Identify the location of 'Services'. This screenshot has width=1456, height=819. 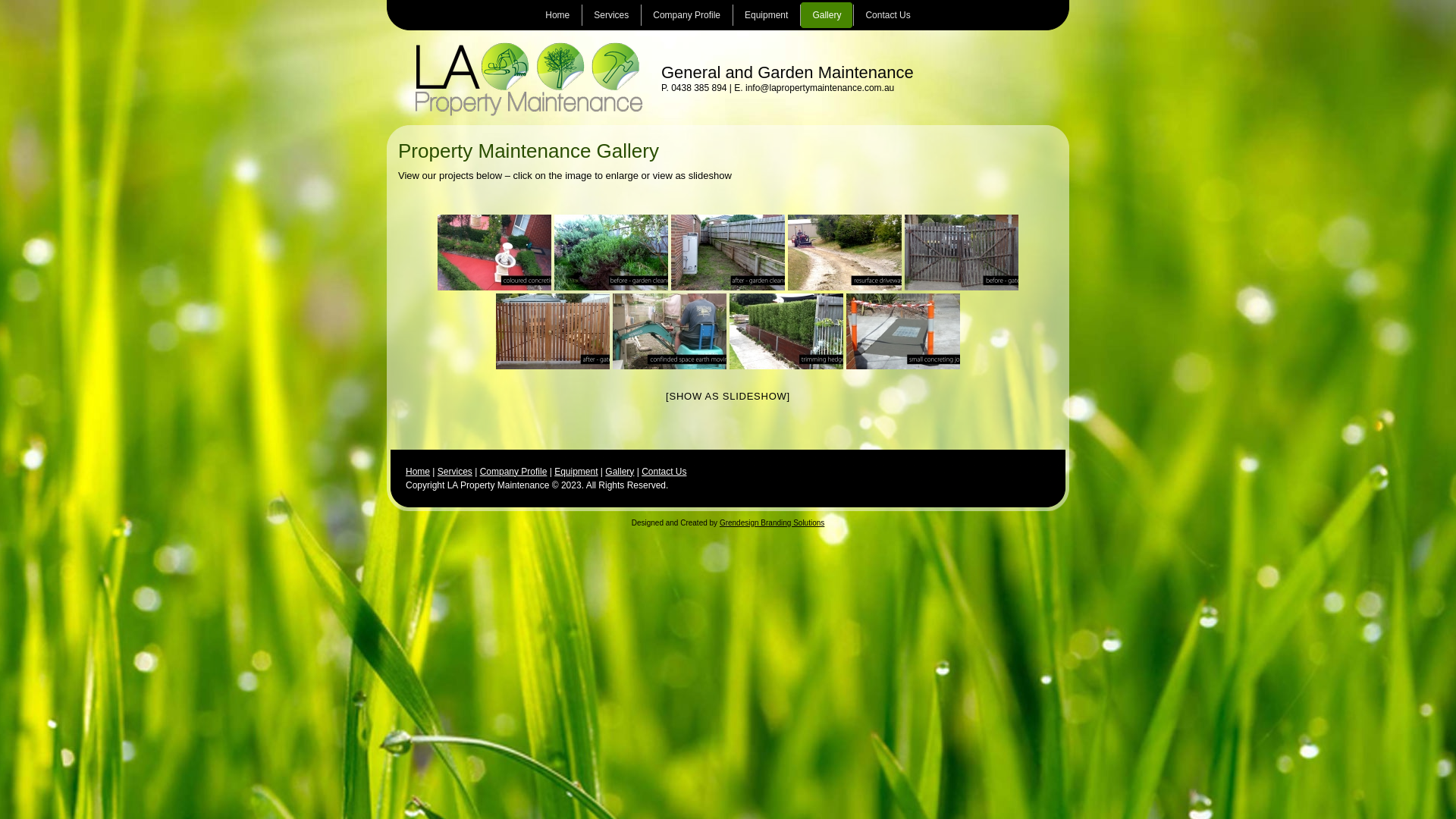
(454, 470).